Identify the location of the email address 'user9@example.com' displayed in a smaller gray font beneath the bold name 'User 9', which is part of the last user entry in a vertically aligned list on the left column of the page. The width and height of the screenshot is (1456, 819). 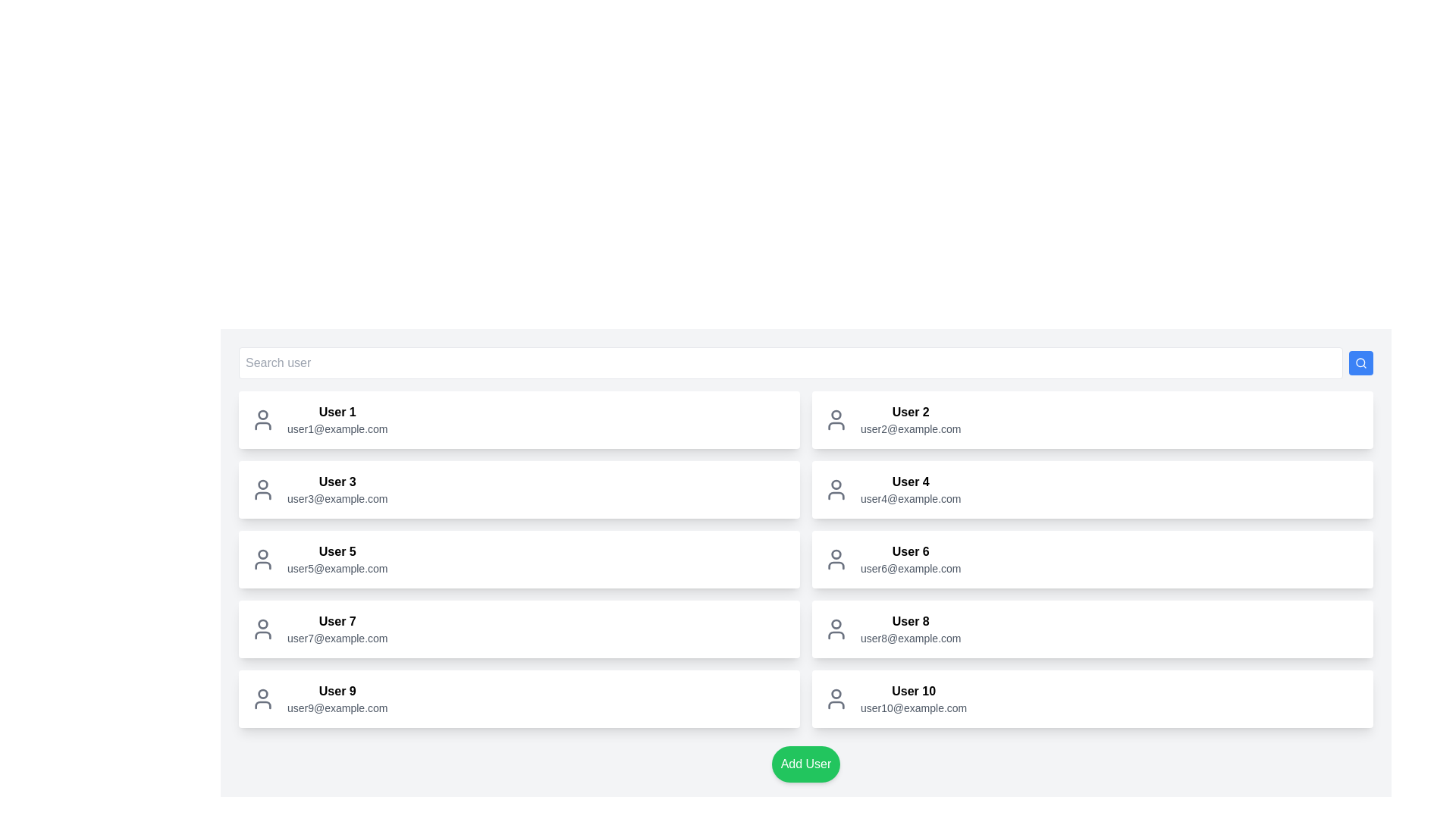
(337, 708).